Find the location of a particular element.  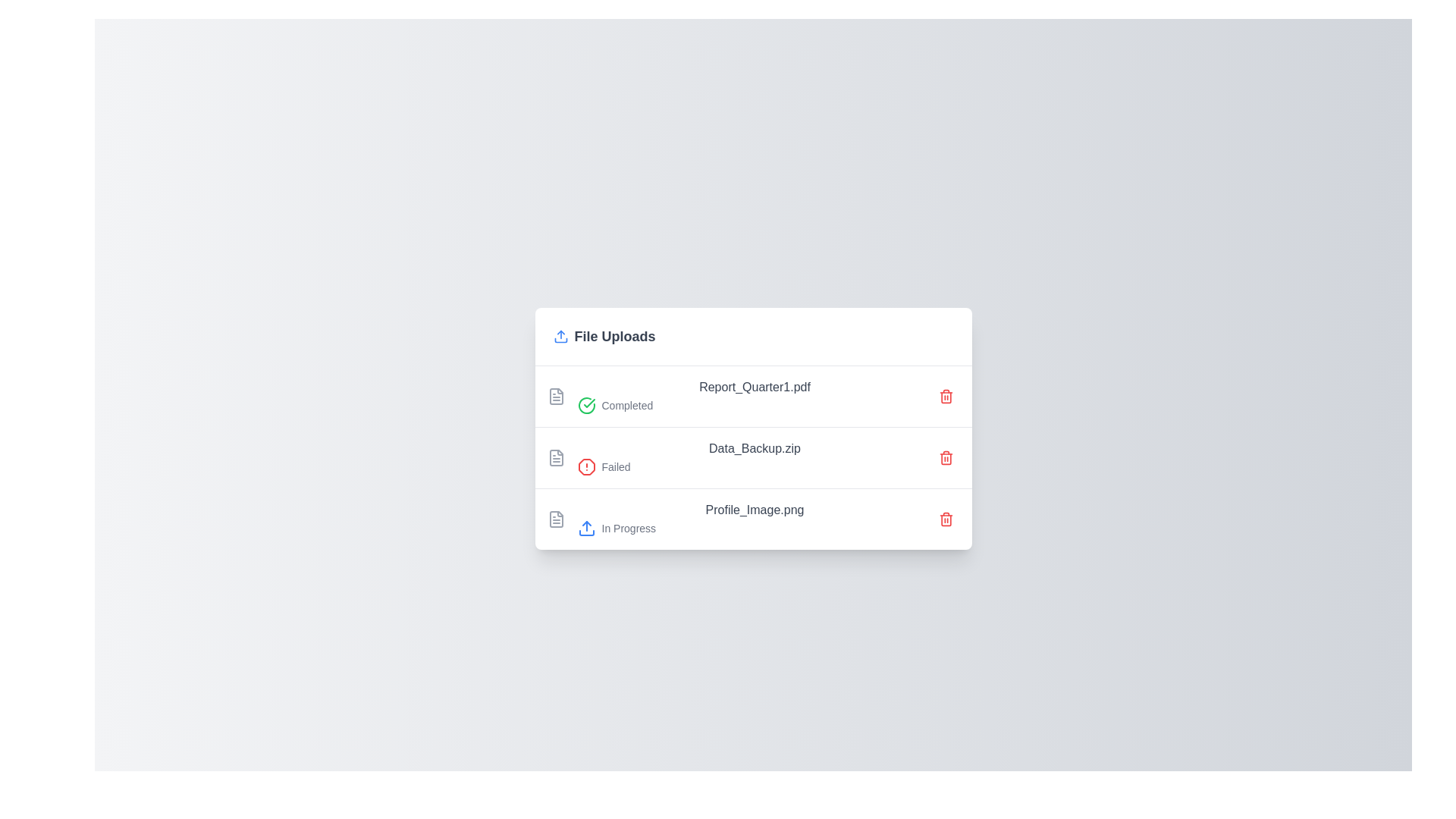

the Trash/Delete icon button located at the far right end of the 'Data_Backup.zip' file entry to observe the hover style change is located at coordinates (945, 457).